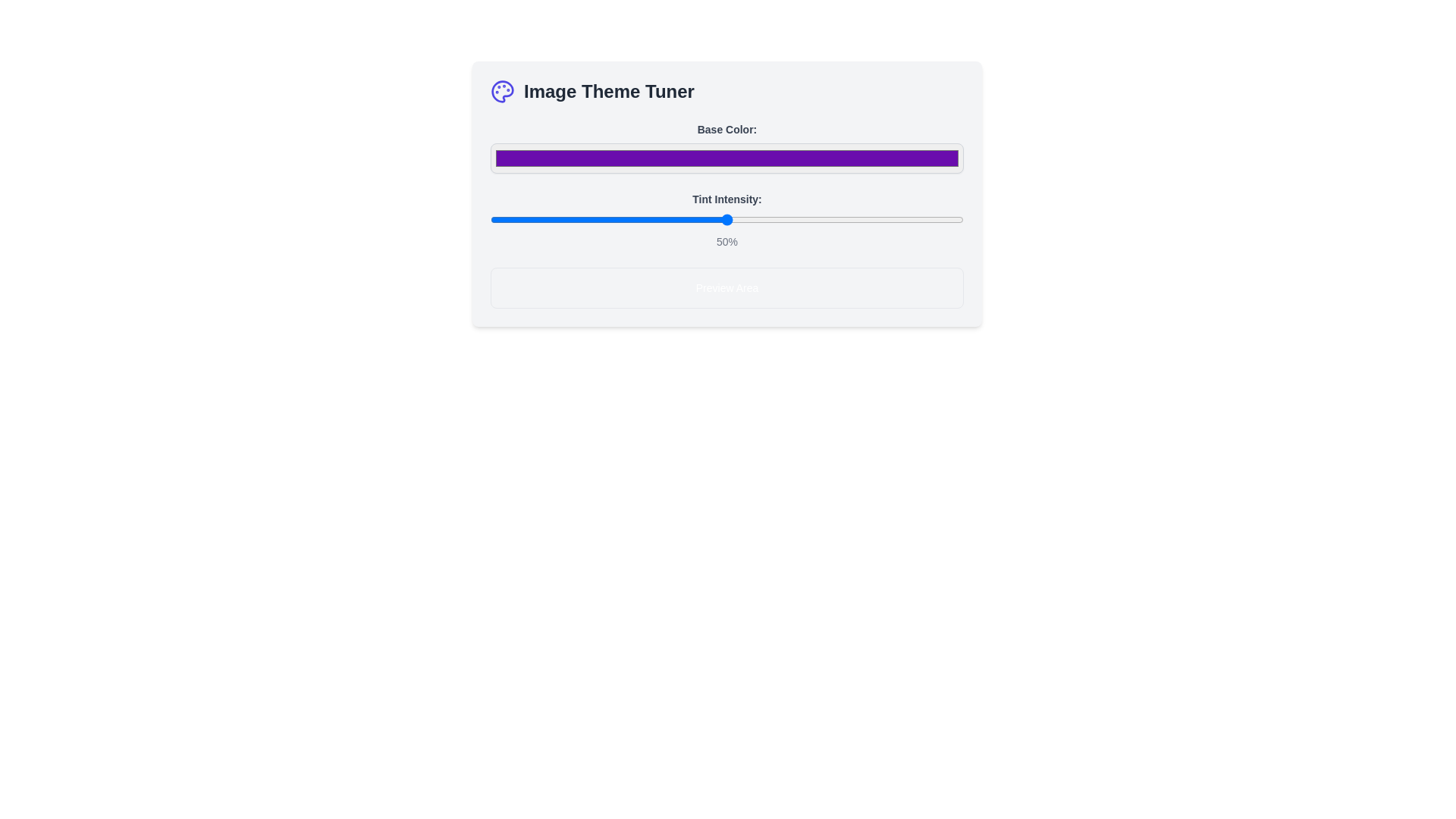  I want to click on the text label 'Base Color:' which is styled in a bold, grayish font and positioned above the color input box in the 'Image Theme Tuner' section to possibly reveal additional information, so click(726, 128).